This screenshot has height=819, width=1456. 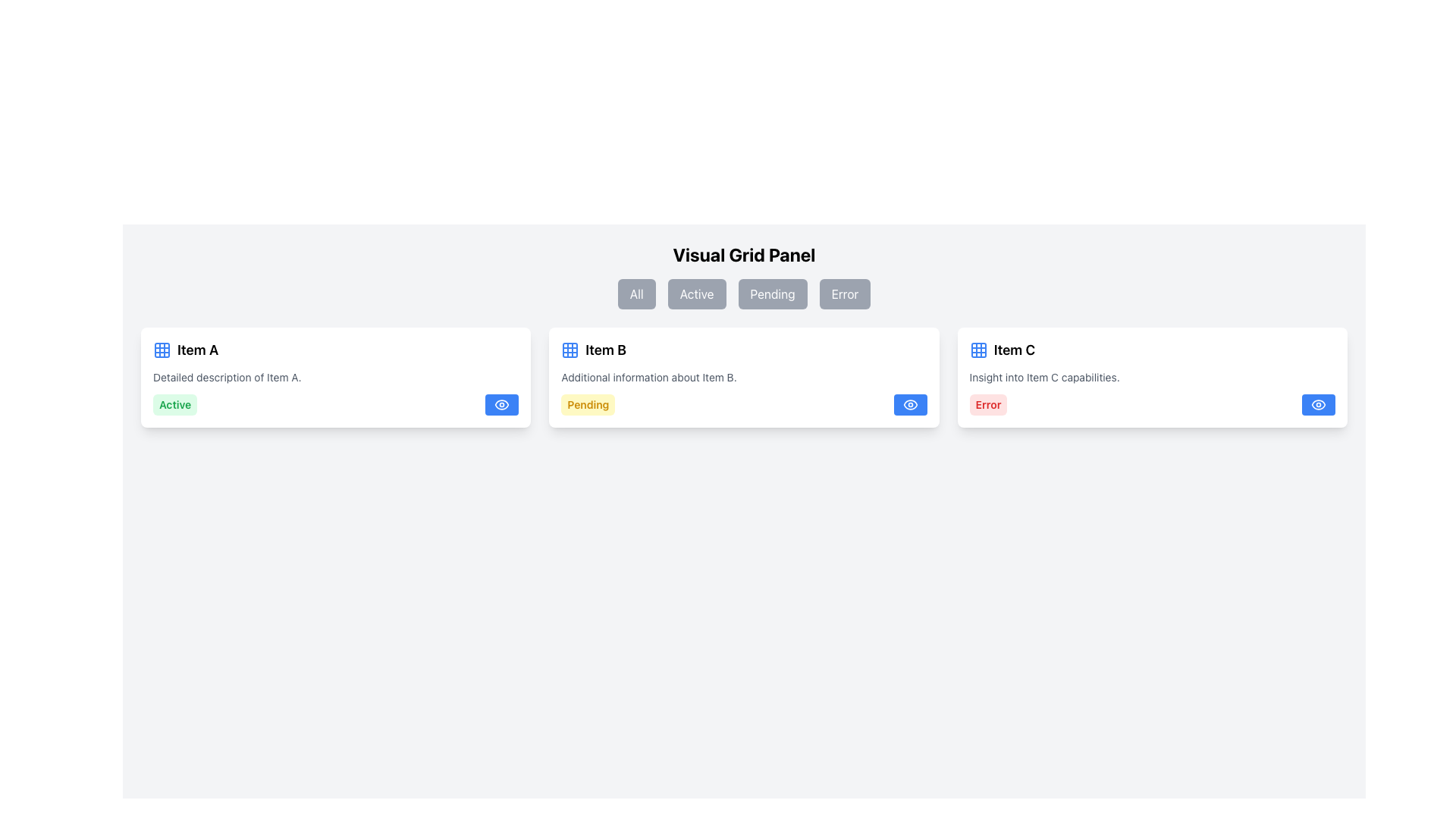 I want to click on additional descriptive information text located below the title 'Item B' and above the 'Pending' status indicator in the central section of the interface, so click(x=648, y=376).